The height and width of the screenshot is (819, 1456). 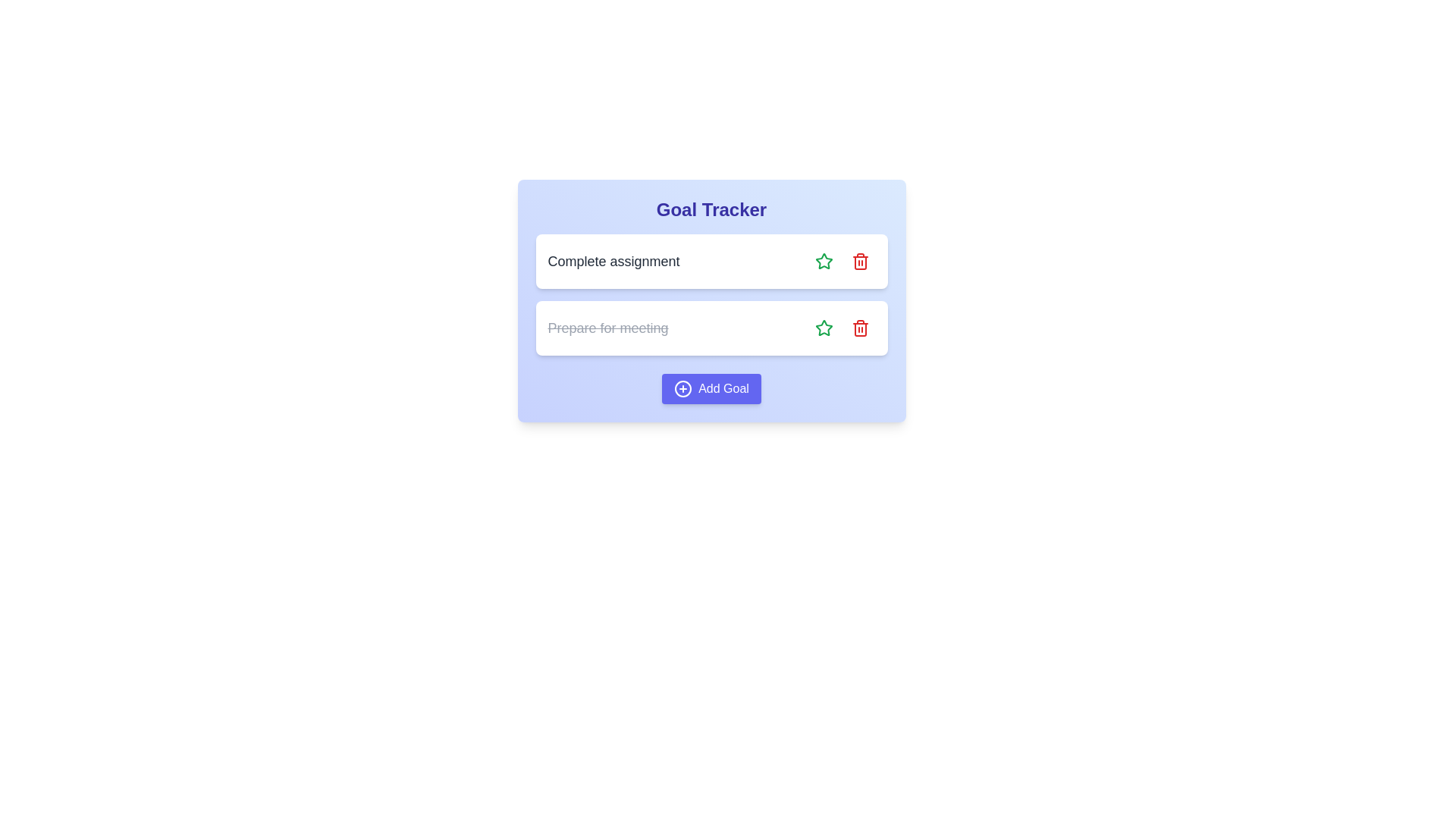 What do you see at coordinates (607, 327) in the screenshot?
I see `the completed task description text label for 'Prepare for meeting', which is styled with a strikethrough and located on the left side of a white rounded corner card in the second entry of a task list` at bounding box center [607, 327].